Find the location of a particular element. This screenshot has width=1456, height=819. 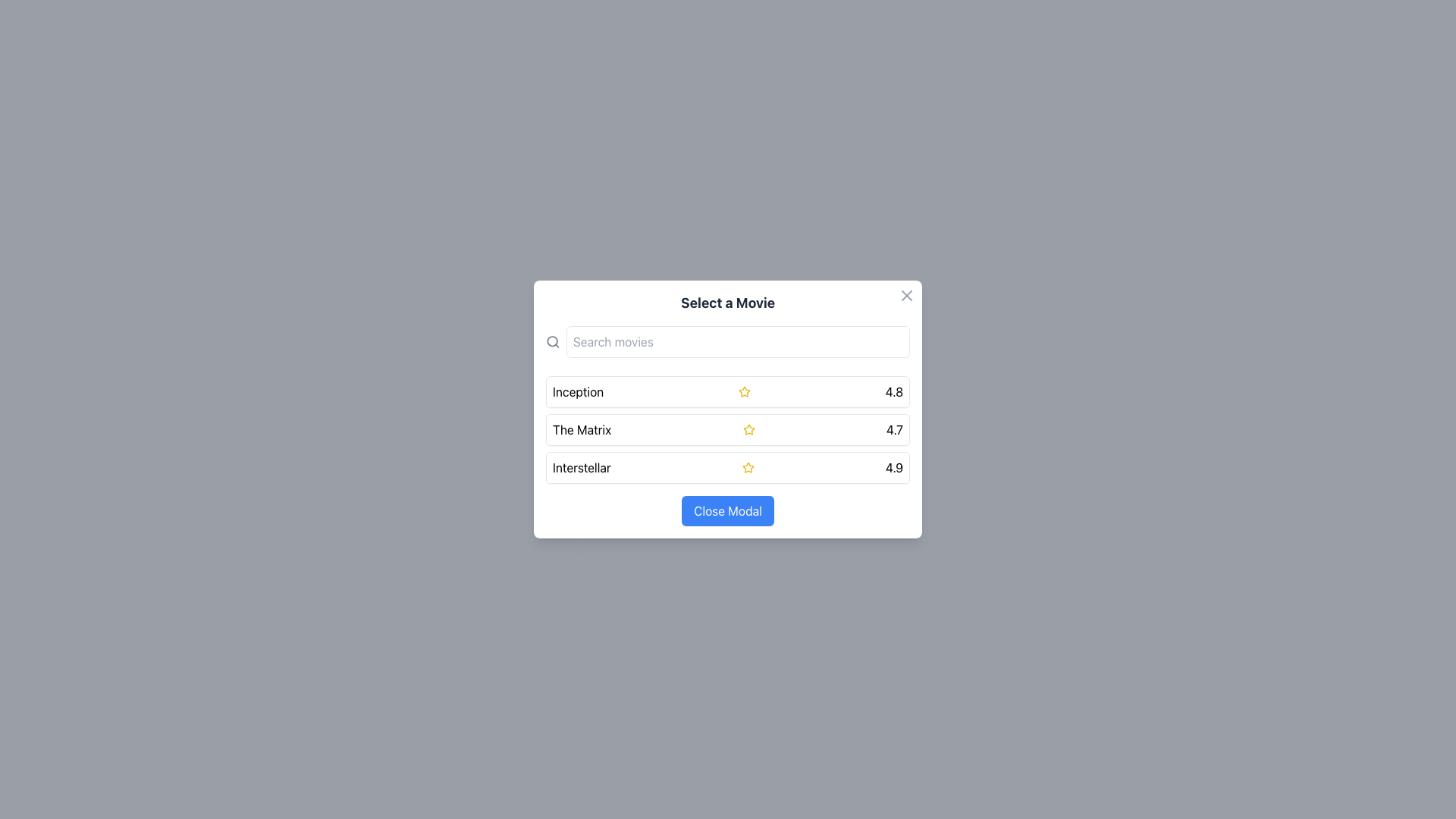

the rating text label displaying the movie 'Interstellar' to trigger tooltips. This label is located on the far-right side of the 'Interstellar' row, adjacent to a yellow star icon is located at coordinates (894, 467).